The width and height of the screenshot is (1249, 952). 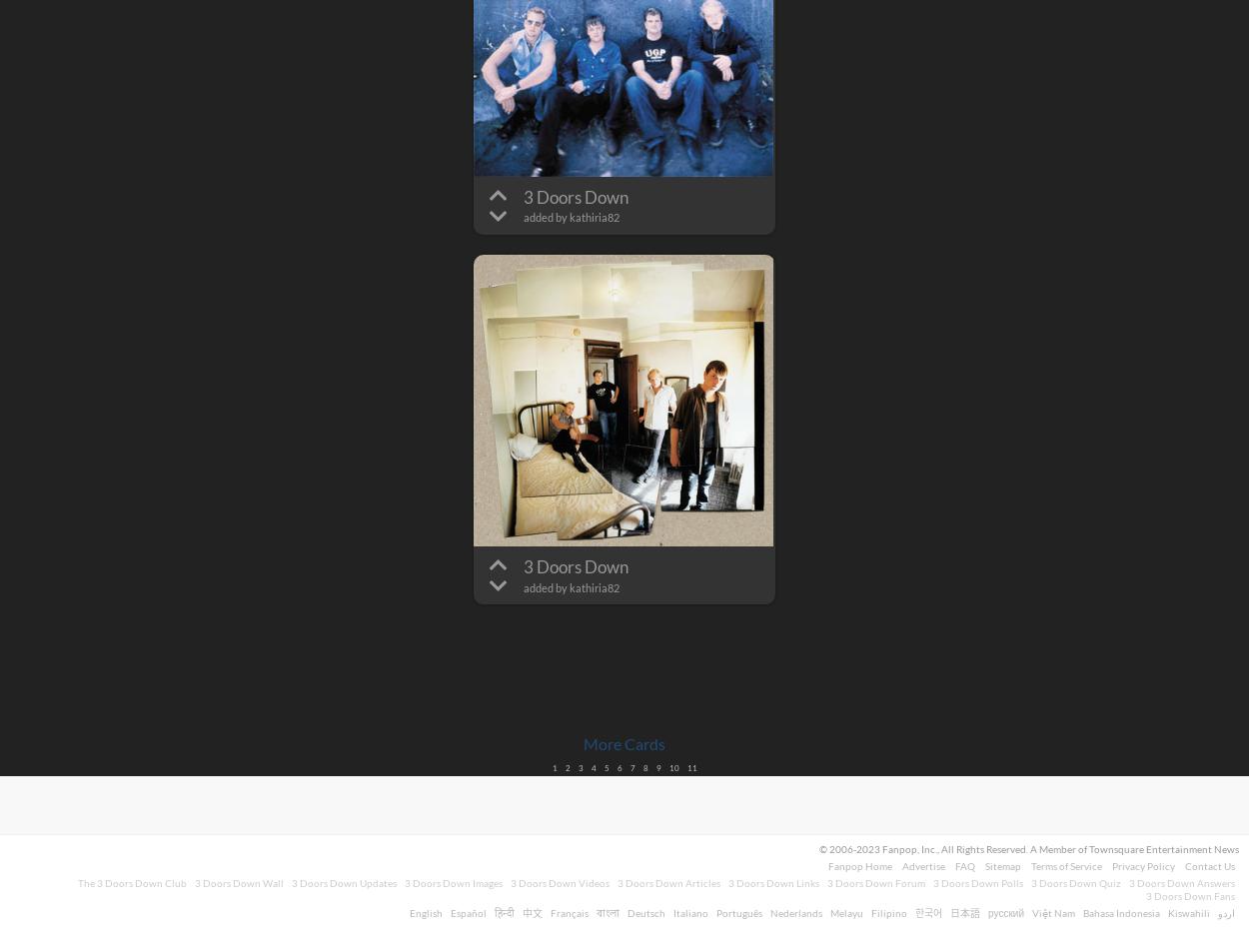 What do you see at coordinates (727, 883) in the screenshot?
I see `'3 Doors Down Links'` at bounding box center [727, 883].